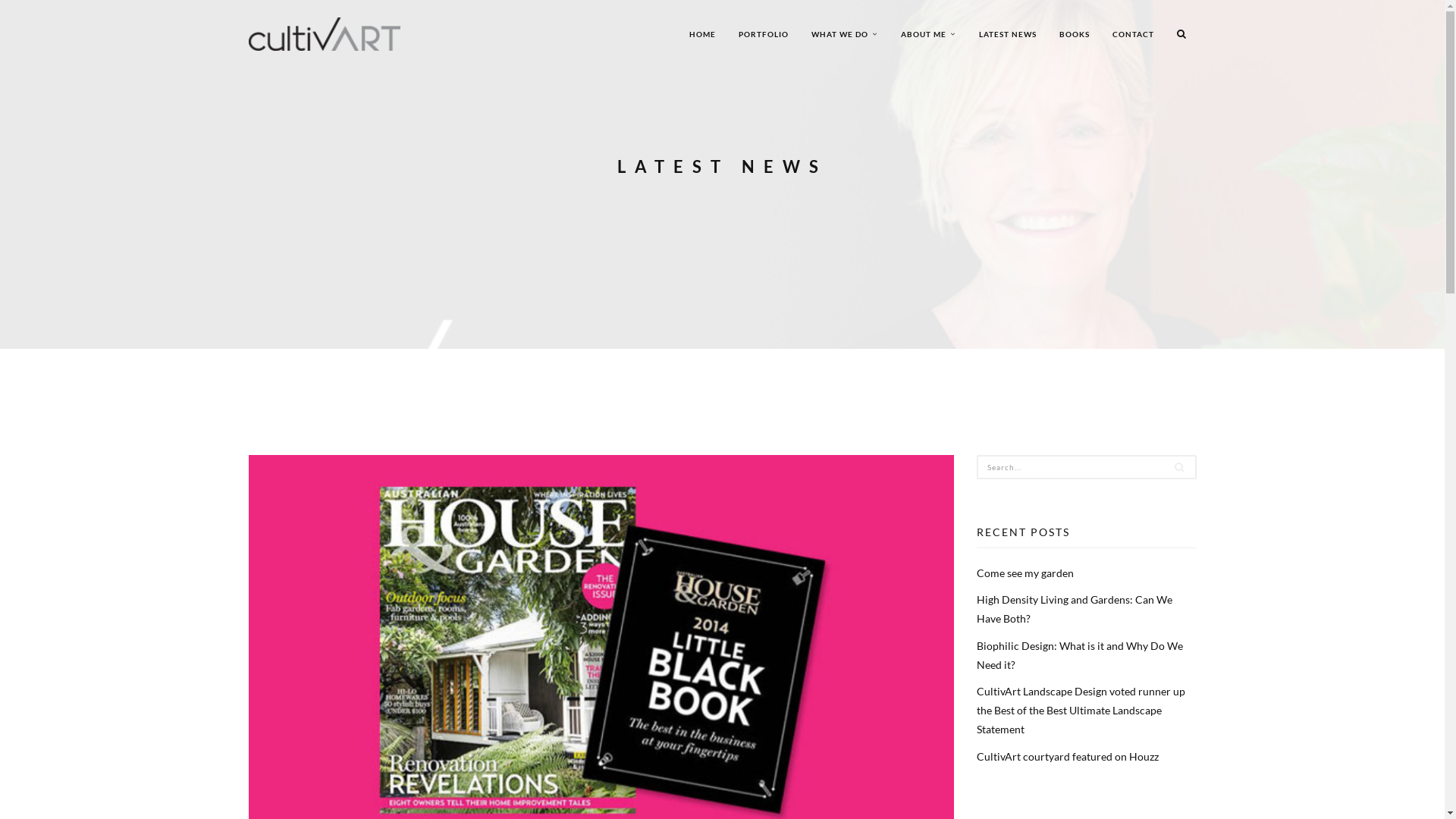 The image size is (1456, 819). Describe the element at coordinates (701, 34) in the screenshot. I see `'HOME'` at that location.